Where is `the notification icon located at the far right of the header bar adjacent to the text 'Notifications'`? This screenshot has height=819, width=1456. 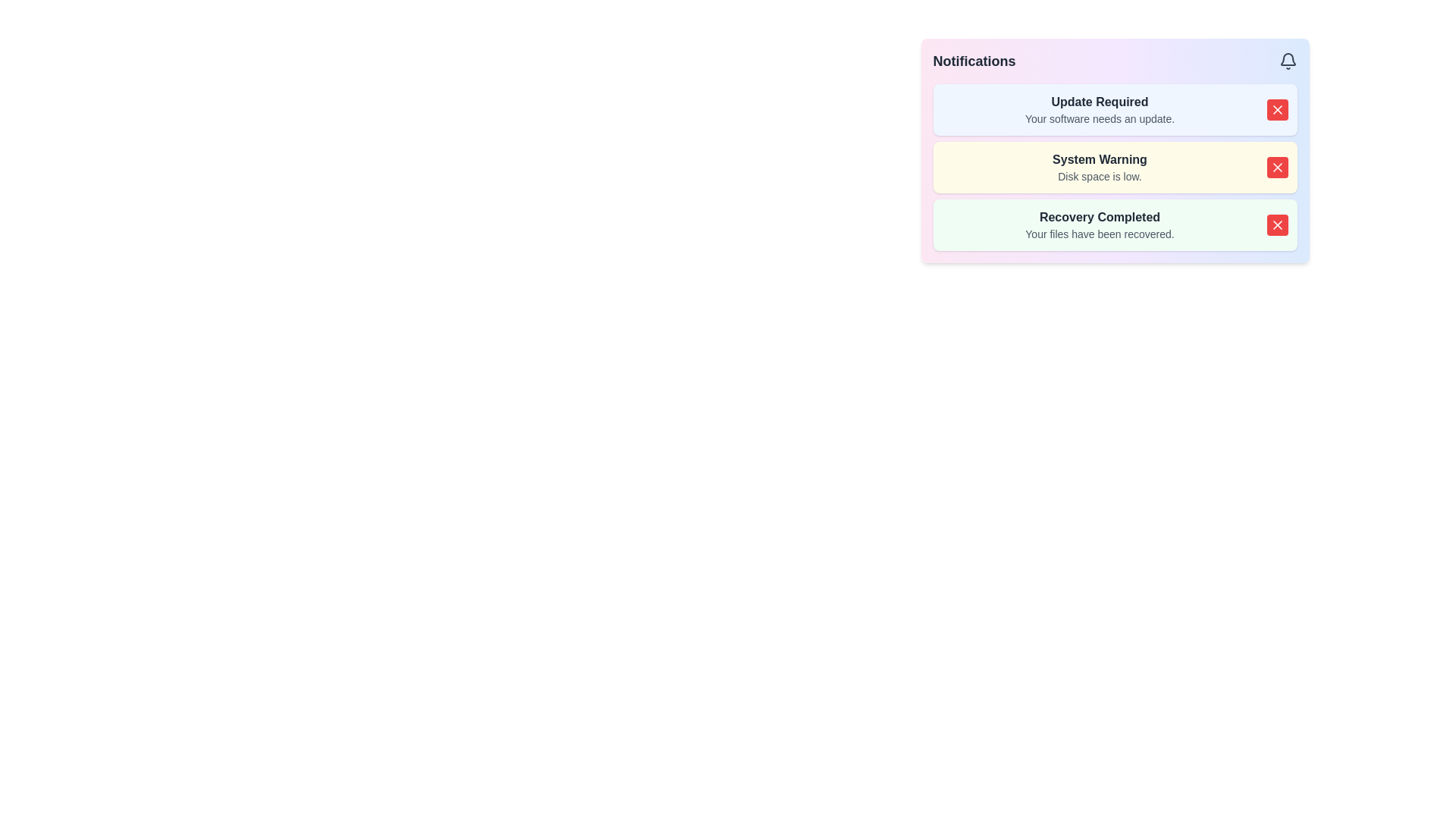 the notification icon located at the far right of the header bar adjacent to the text 'Notifications' is located at coordinates (1287, 61).